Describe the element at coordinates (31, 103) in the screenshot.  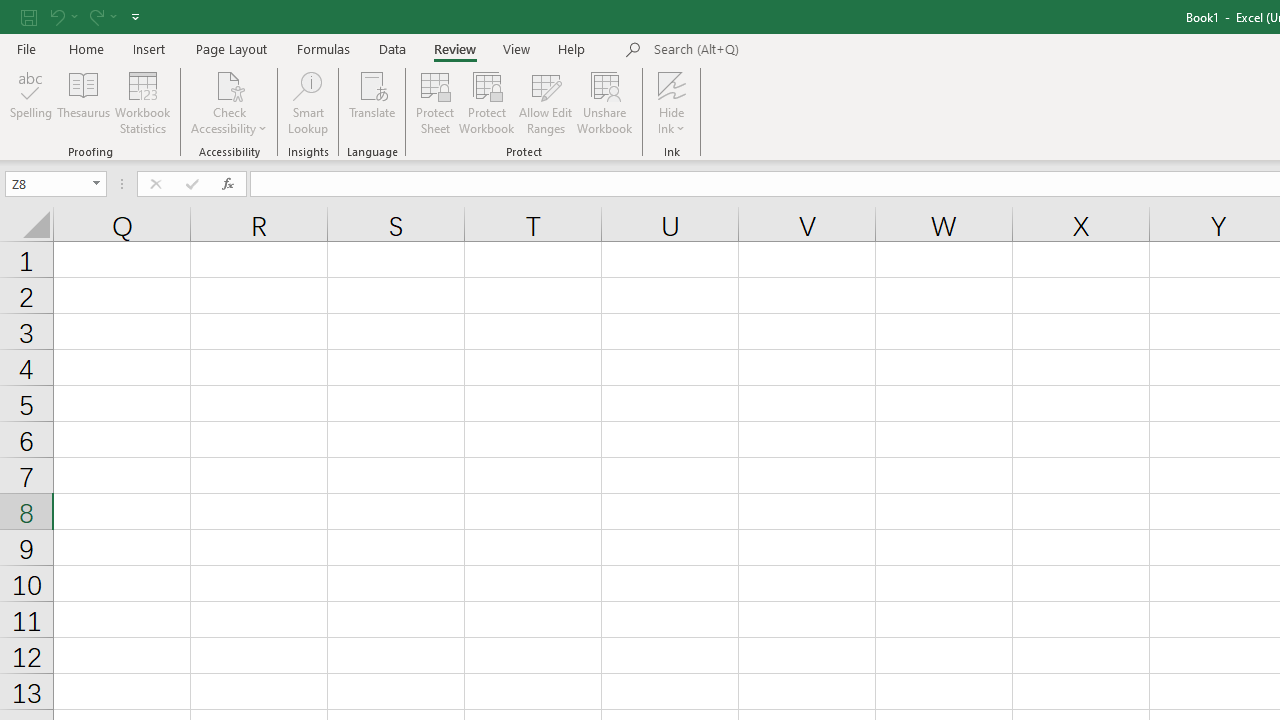
I see `'Spelling...'` at that location.